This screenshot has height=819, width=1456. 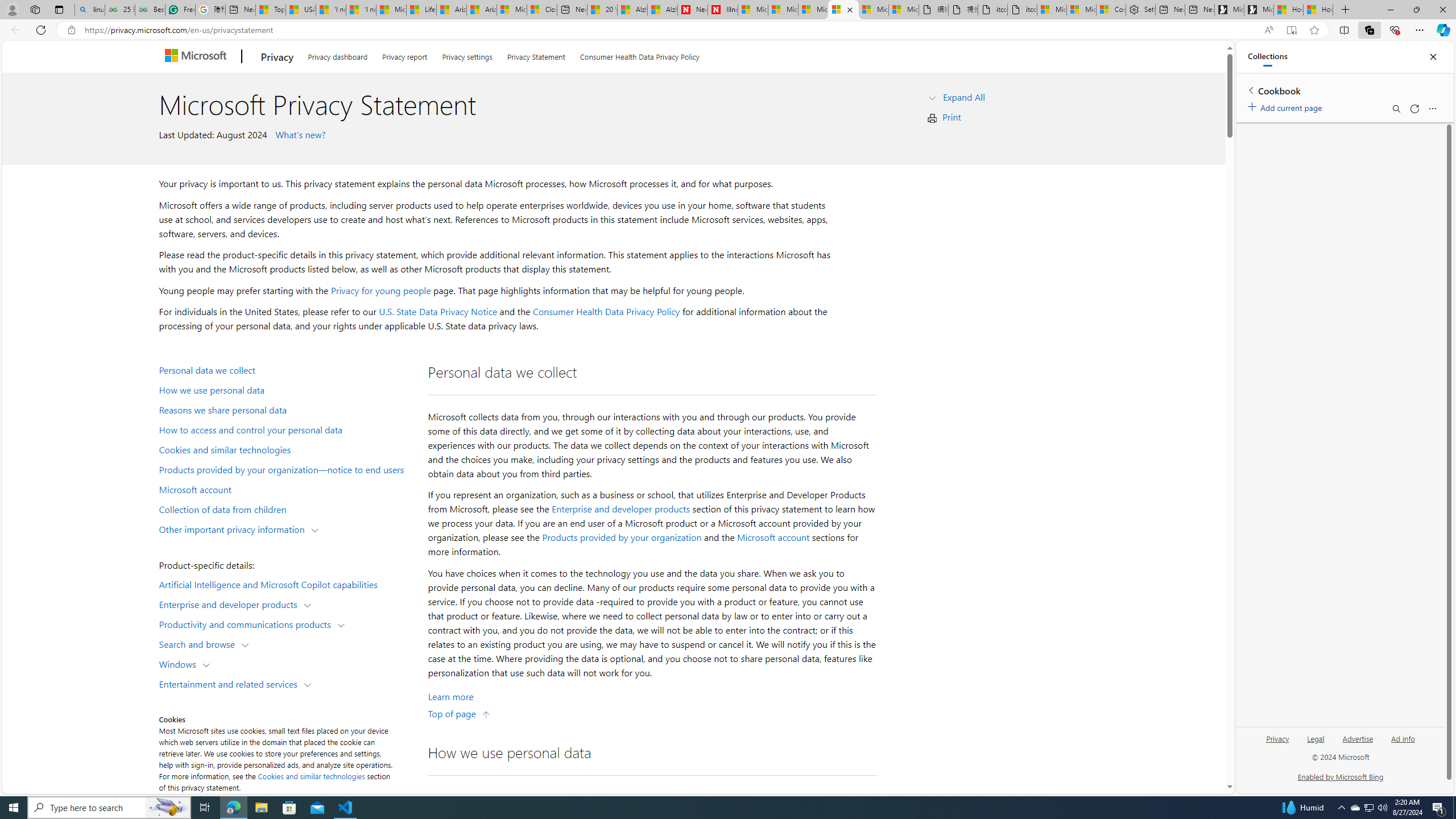 What do you see at coordinates (466, 55) in the screenshot?
I see `'Privacy settings'` at bounding box center [466, 55].